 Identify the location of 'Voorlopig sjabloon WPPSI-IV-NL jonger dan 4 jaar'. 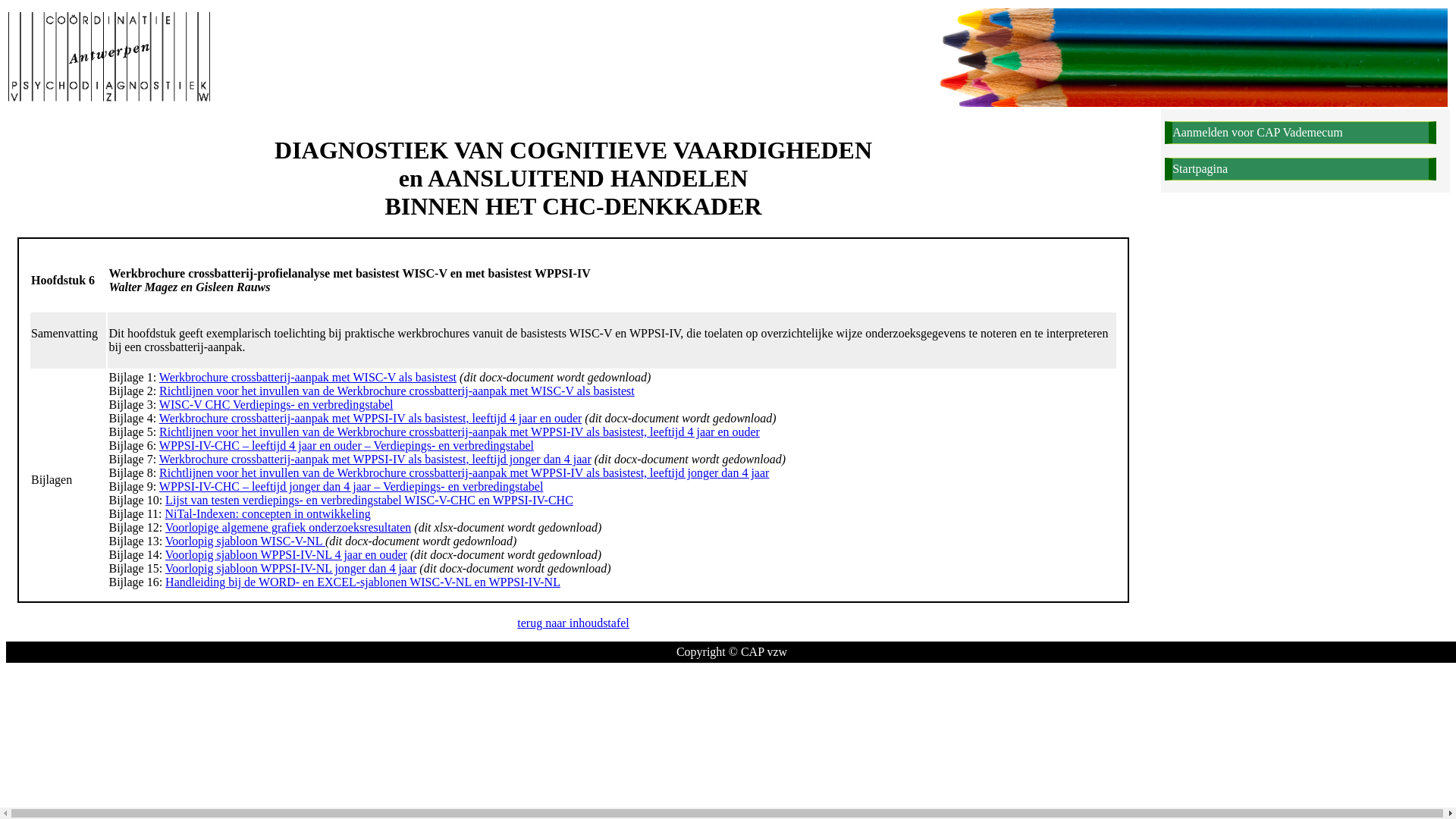
(291, 568).